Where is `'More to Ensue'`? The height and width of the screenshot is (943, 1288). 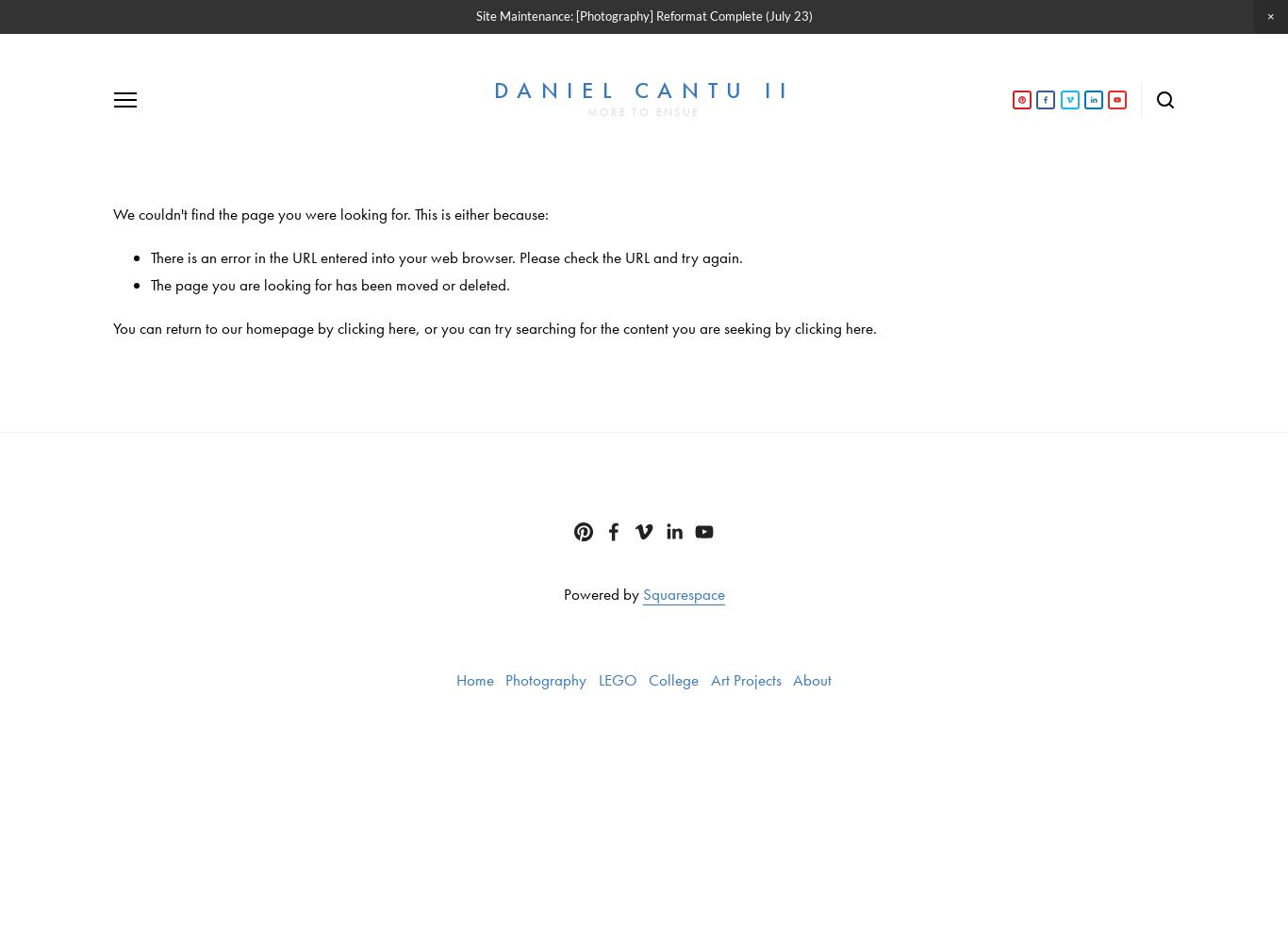 'More to Ensue' is located at coordinates (586, 111).